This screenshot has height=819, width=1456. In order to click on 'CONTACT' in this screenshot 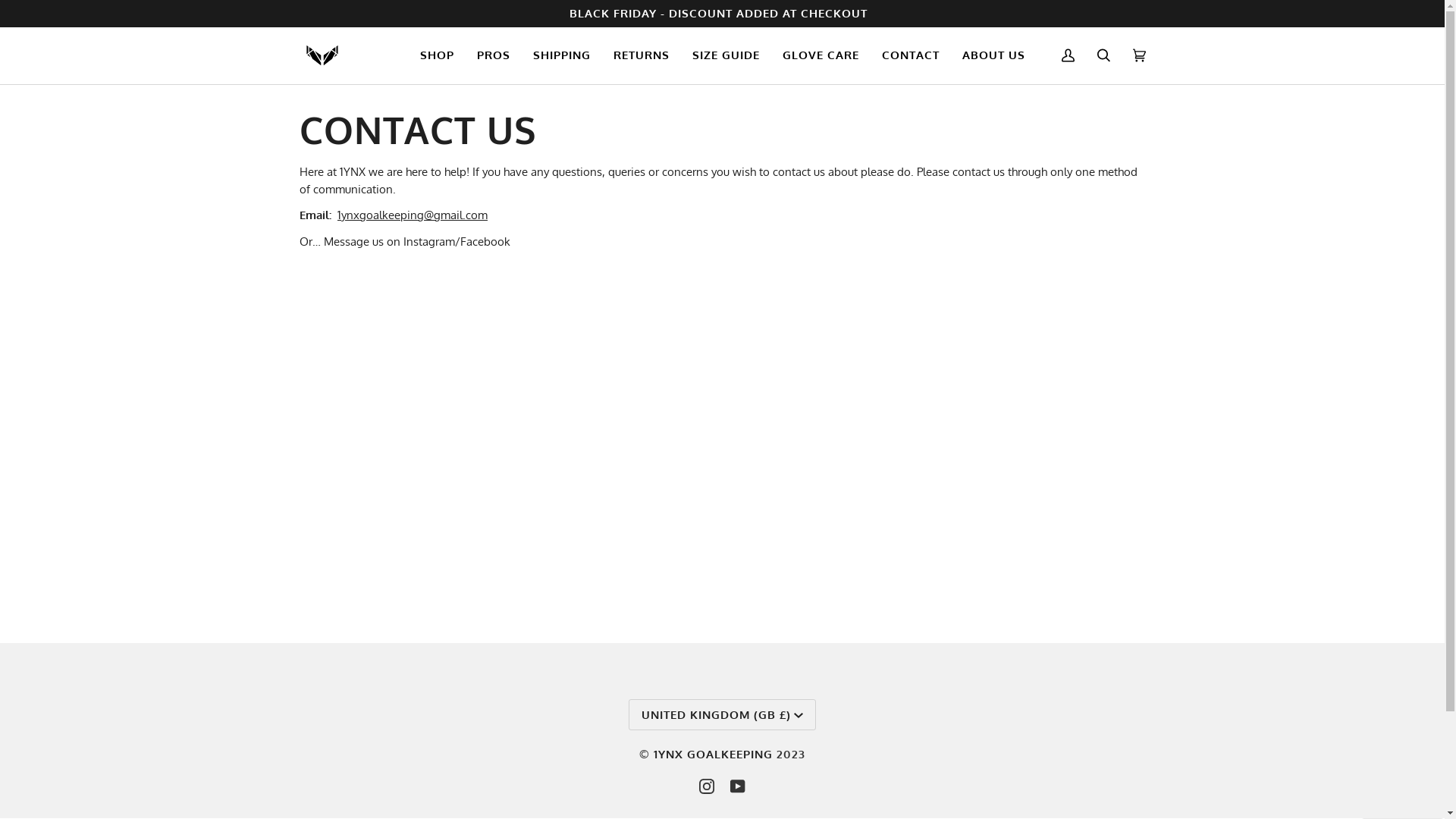, I will do `click(910, 55)`.